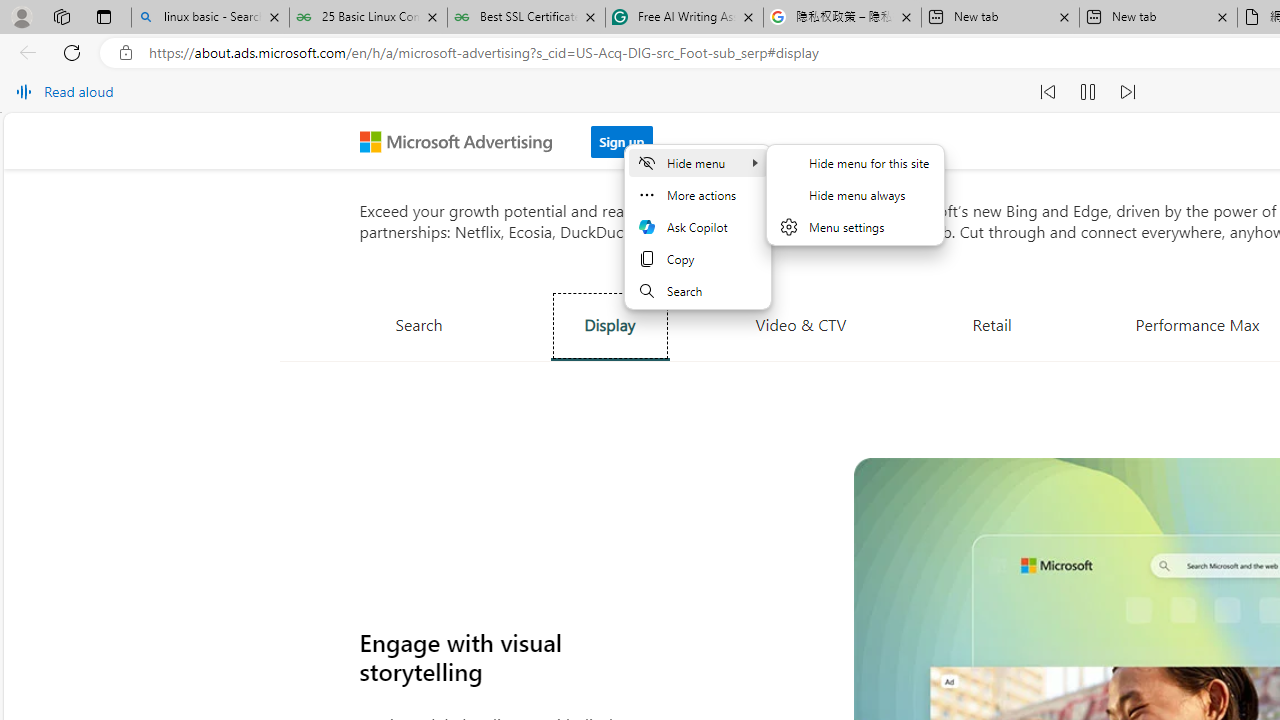  What do you see at coordinates (608, 324) in the screenshot?
I see `'Display'` at bounding box center [608, 324].